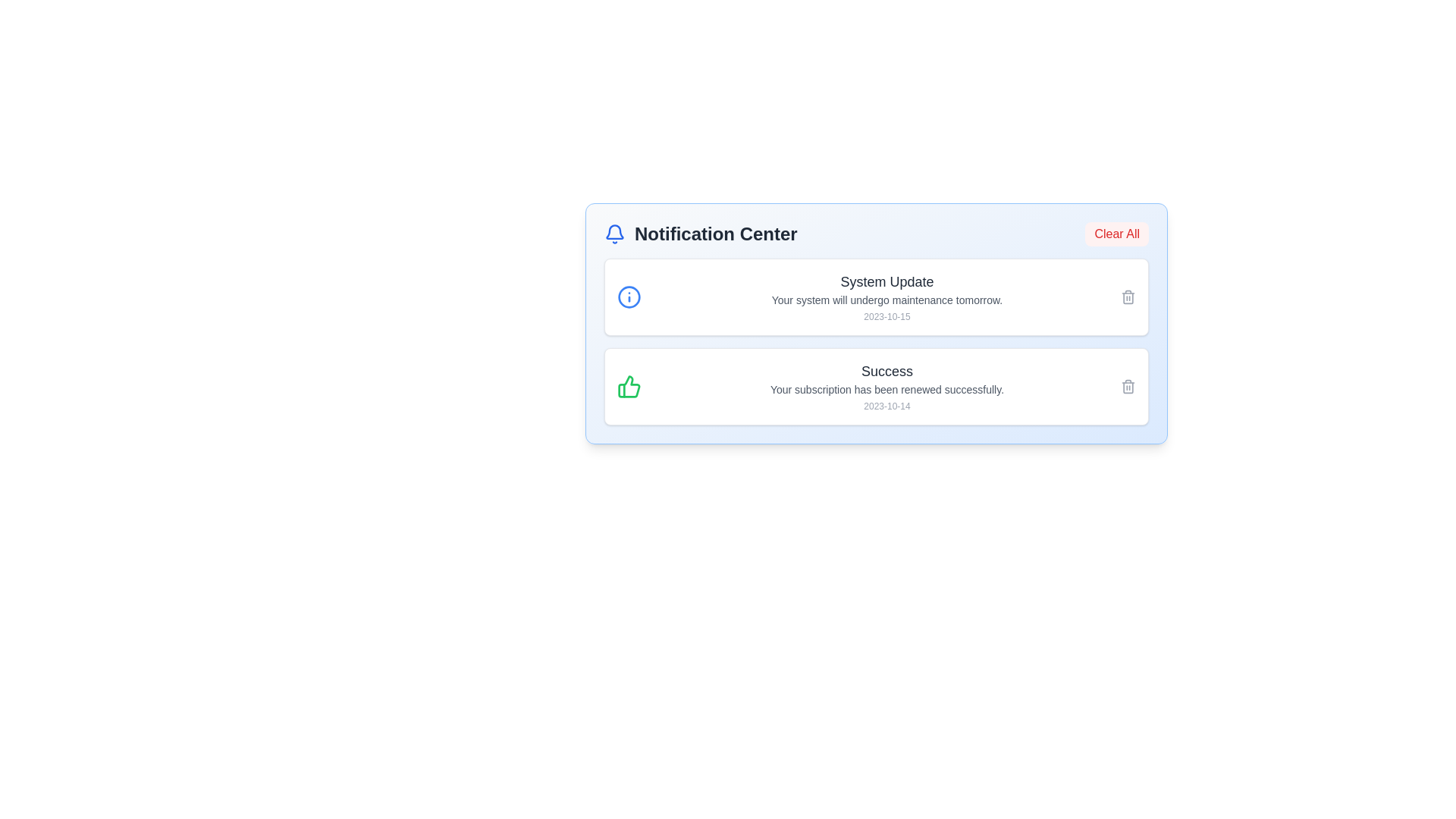  Describe the element at coordinates (887, 406) in the screenshot. I see `the timestamp text label that indicates when the notification occurred, positioned below the main message about subscription renewal` at that location.